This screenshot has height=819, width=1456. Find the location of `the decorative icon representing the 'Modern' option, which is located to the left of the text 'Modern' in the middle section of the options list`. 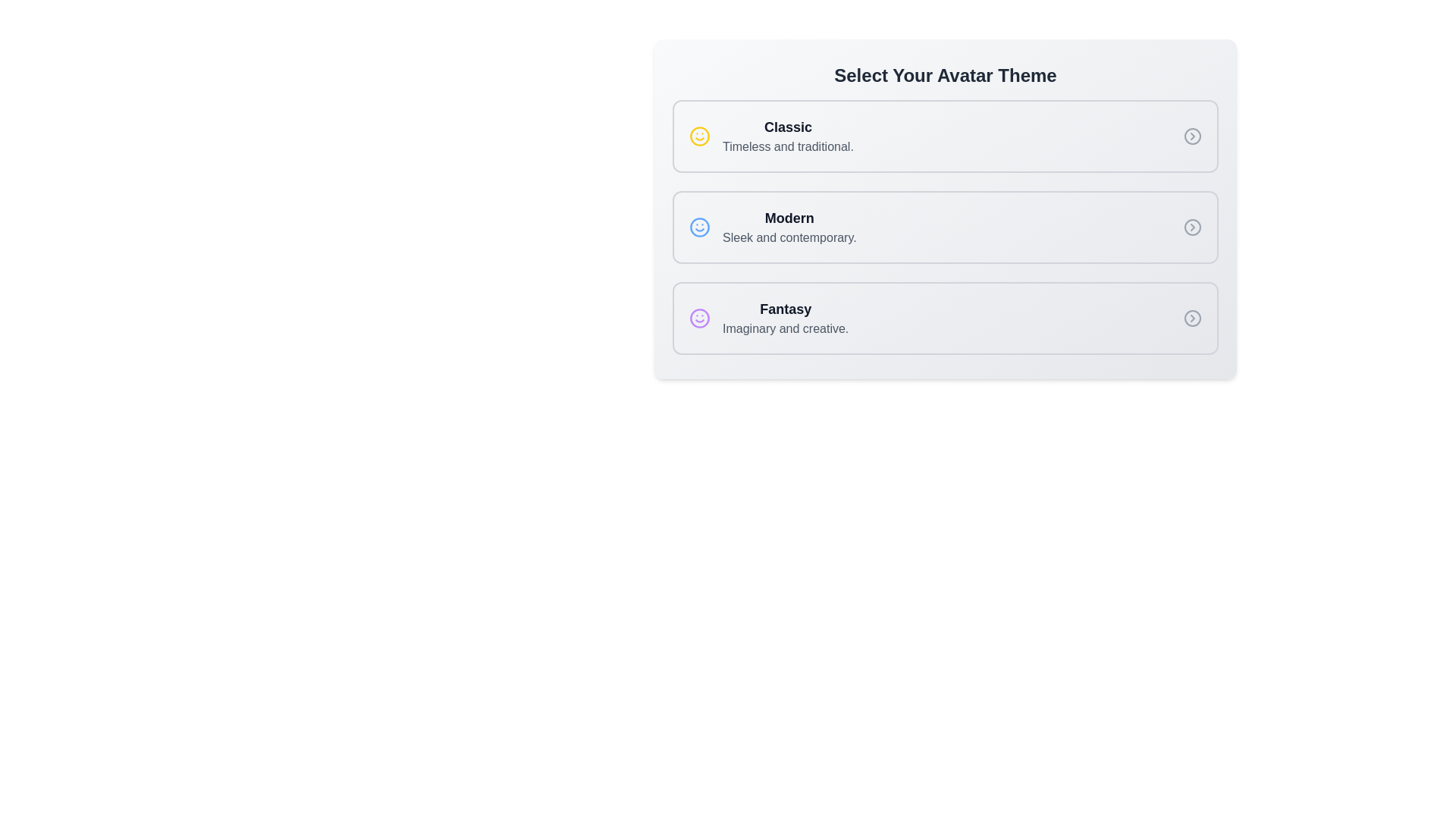

the decorative icon representing the 'Modern' option, which is located to the left of the text 'Modern' in the middle section of the options list is located at coordinates (698, 227).